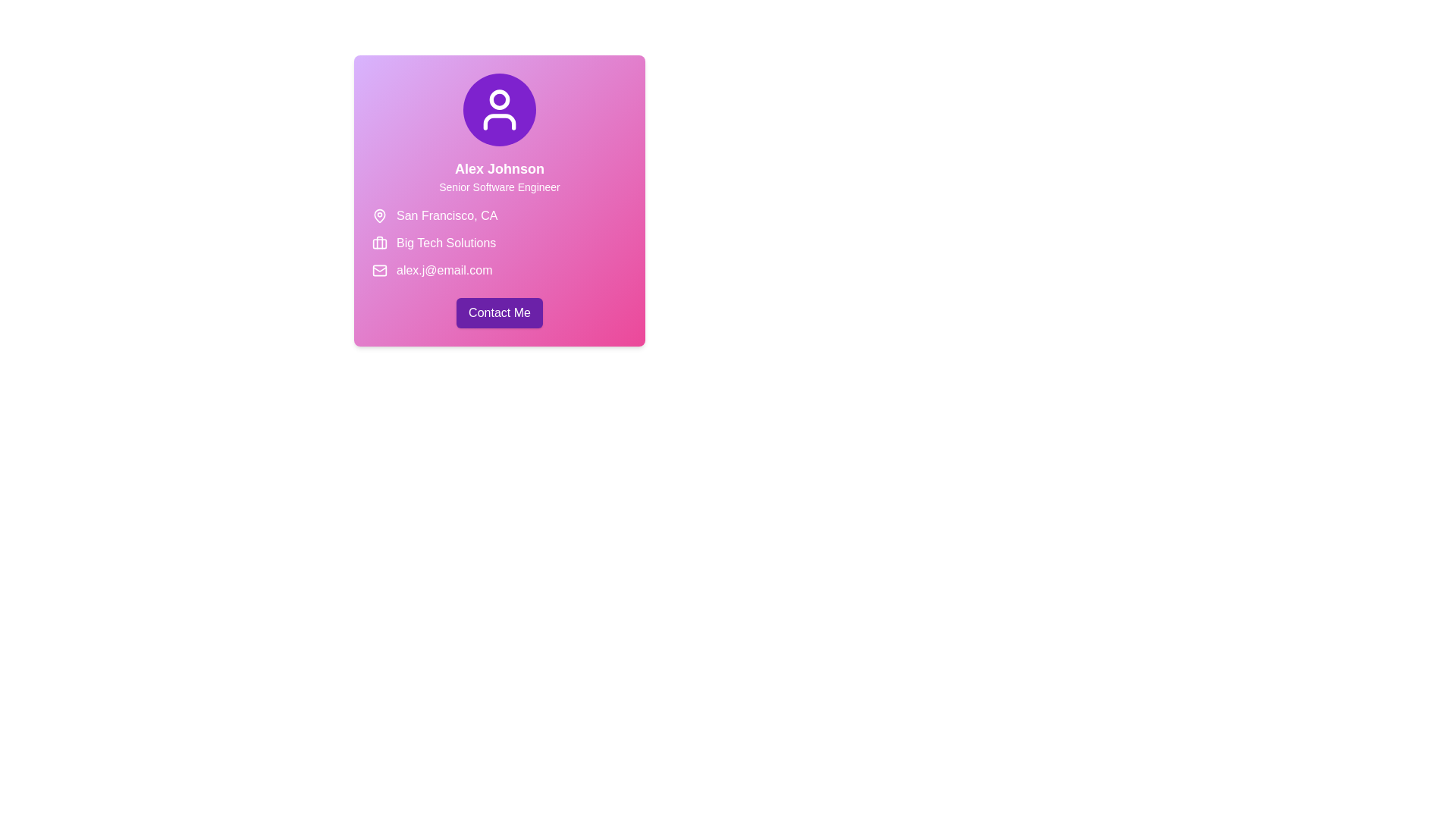 The image size is (1456, 819). What do you see at coordinates (499, 109) in the screenshot?
I see `the user avatar silhouette icon, which is a white vector graphic centered within a circular purple background, located at the top-center of the profile card layout` at bounding box center [499, 109].